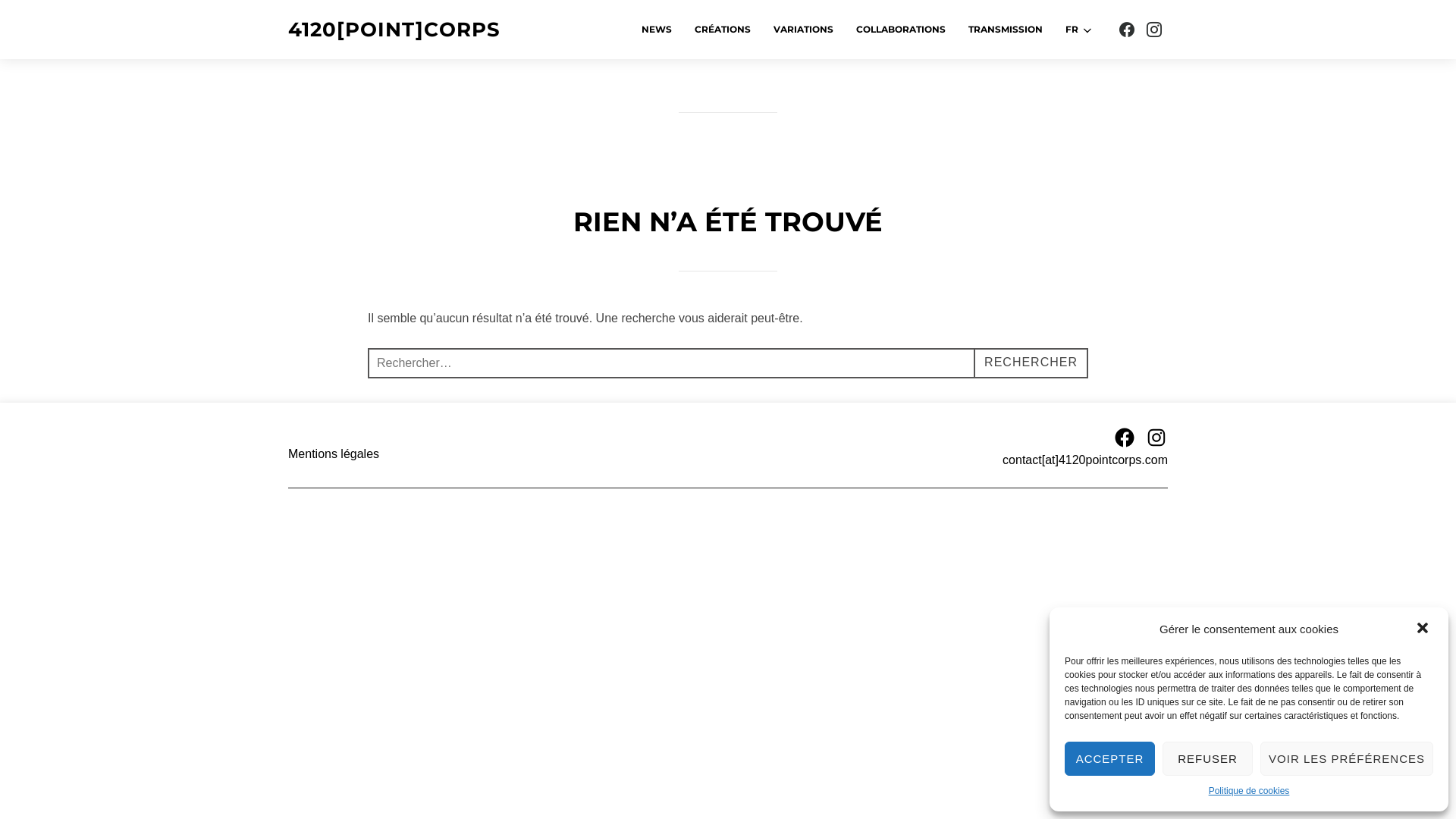  I want to click on 'ACCEPTER', so click(1063, 758).